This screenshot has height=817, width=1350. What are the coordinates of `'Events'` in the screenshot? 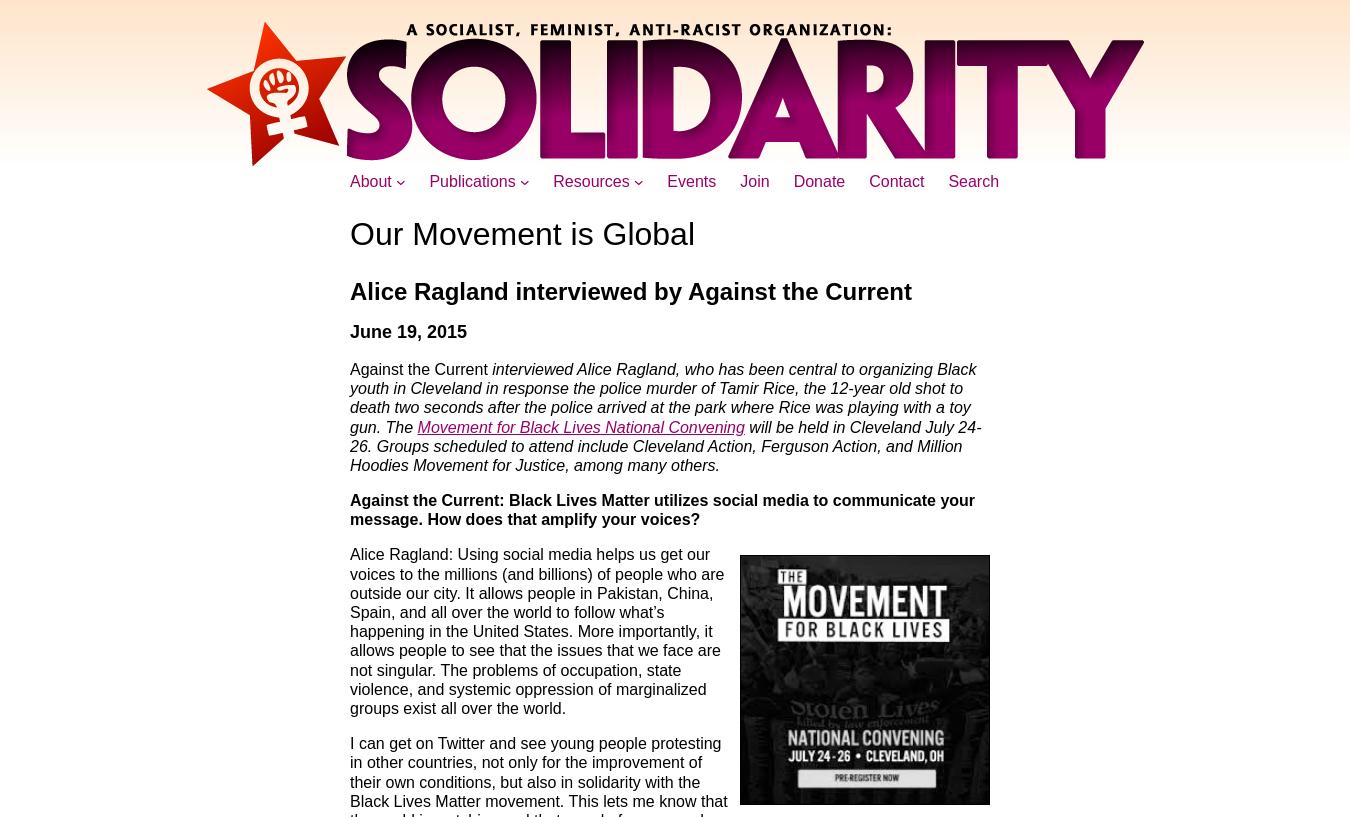 It's located at (667, 180).